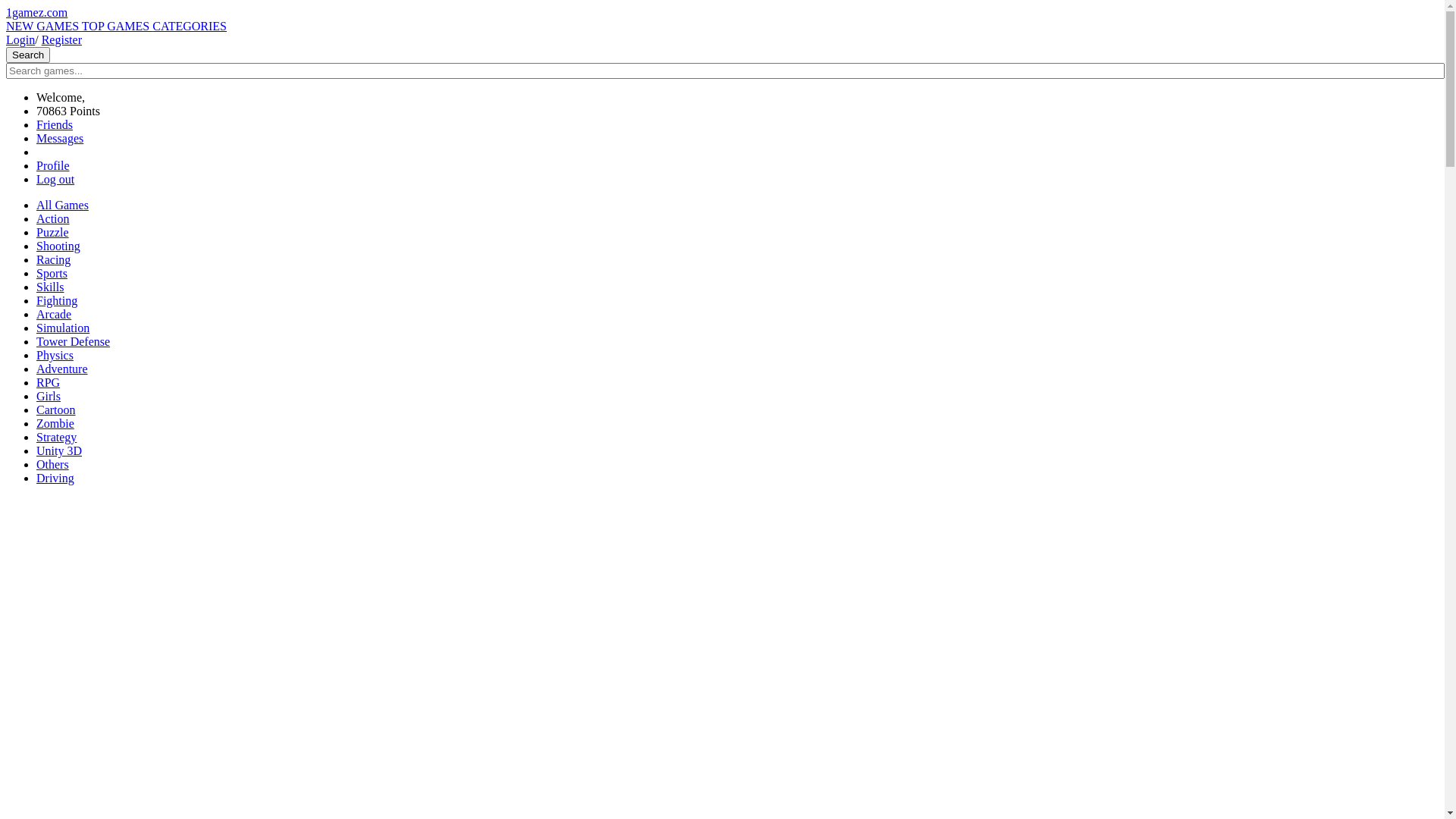 This screenshot has height=819, width=1456. Describe the element at coordinates (59, 138) in the screenshot. I see `'Messages'` at that location.